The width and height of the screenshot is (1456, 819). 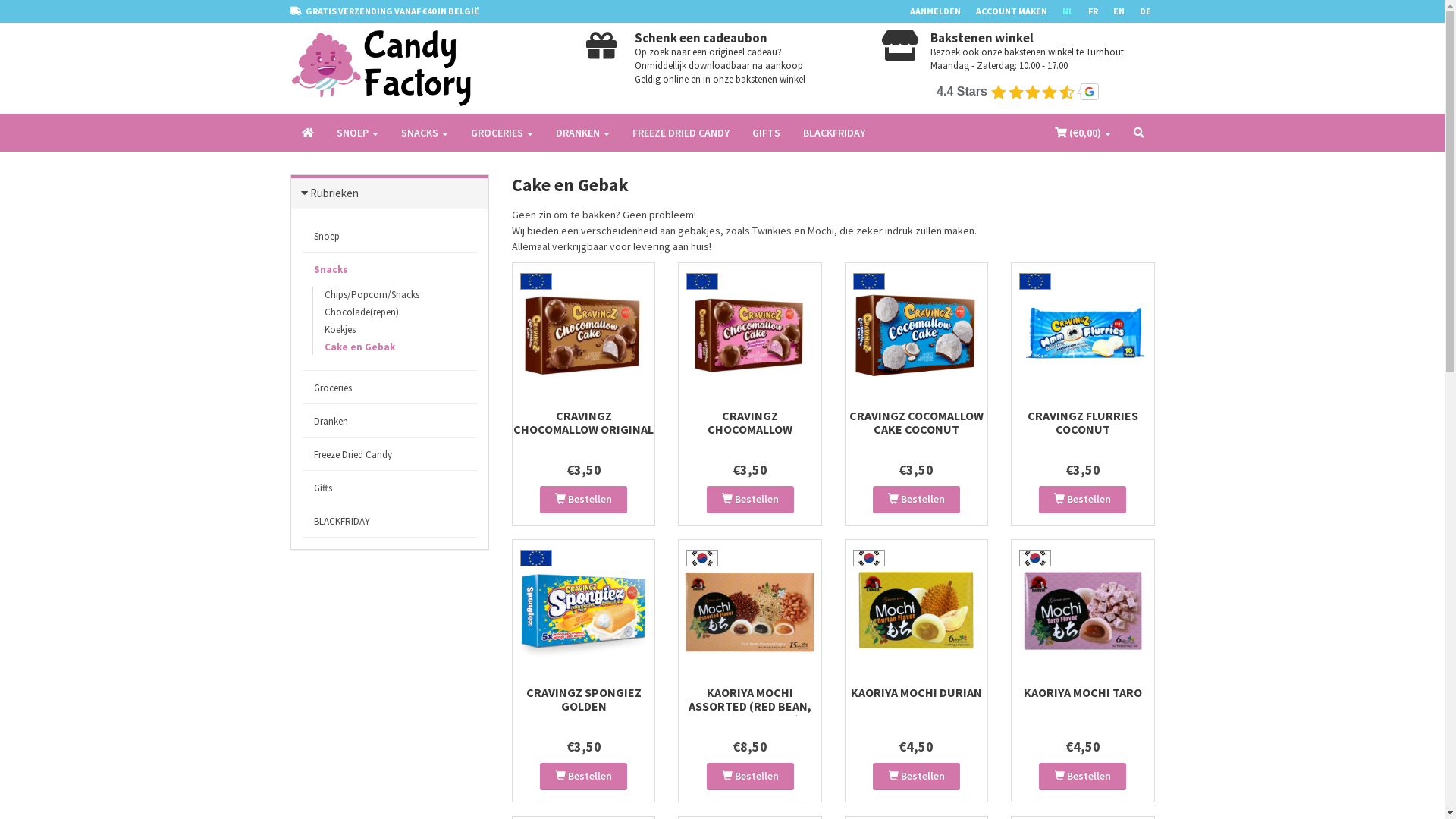 I want to click on 'Freeze Dried Candy', so click(x=389, y=453).